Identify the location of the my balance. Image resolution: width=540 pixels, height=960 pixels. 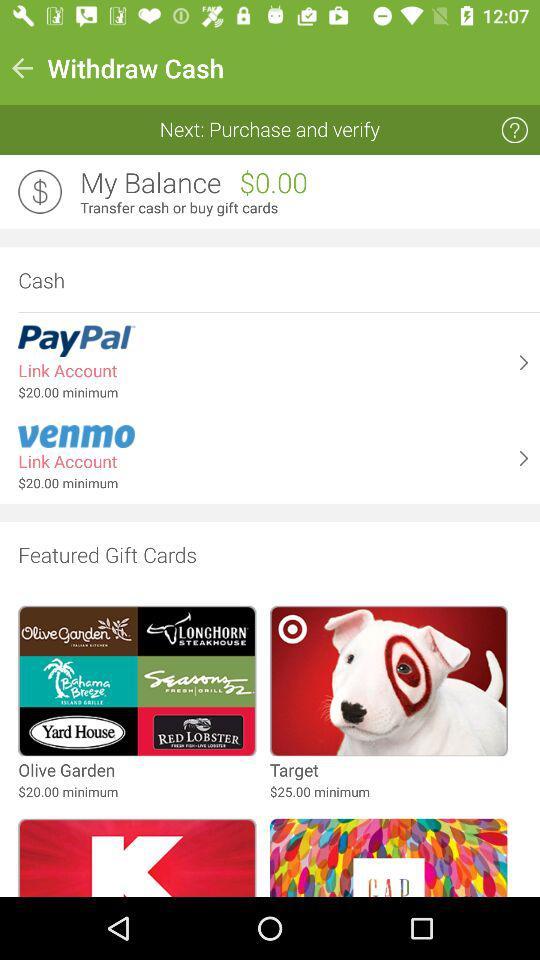
(149, 183).